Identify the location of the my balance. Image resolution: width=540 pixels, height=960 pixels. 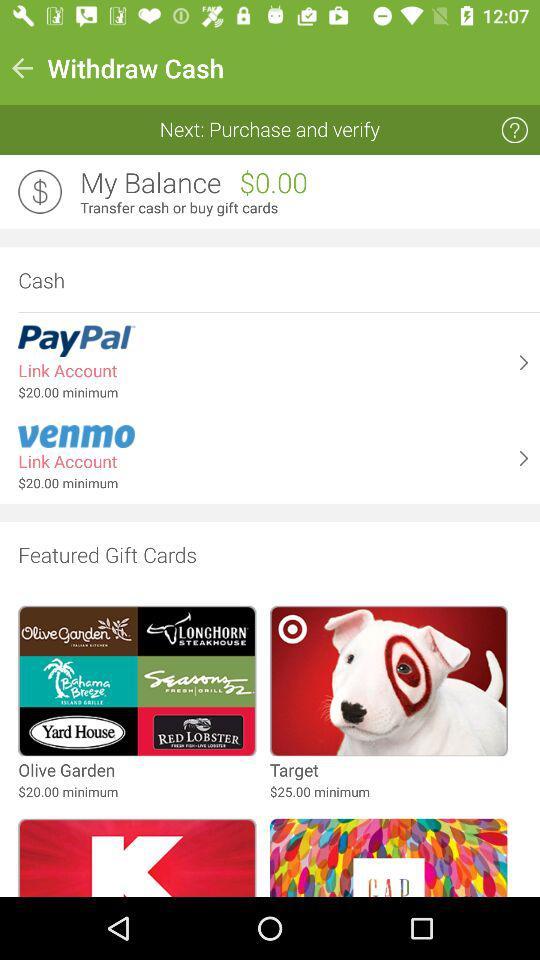
(149, 183).